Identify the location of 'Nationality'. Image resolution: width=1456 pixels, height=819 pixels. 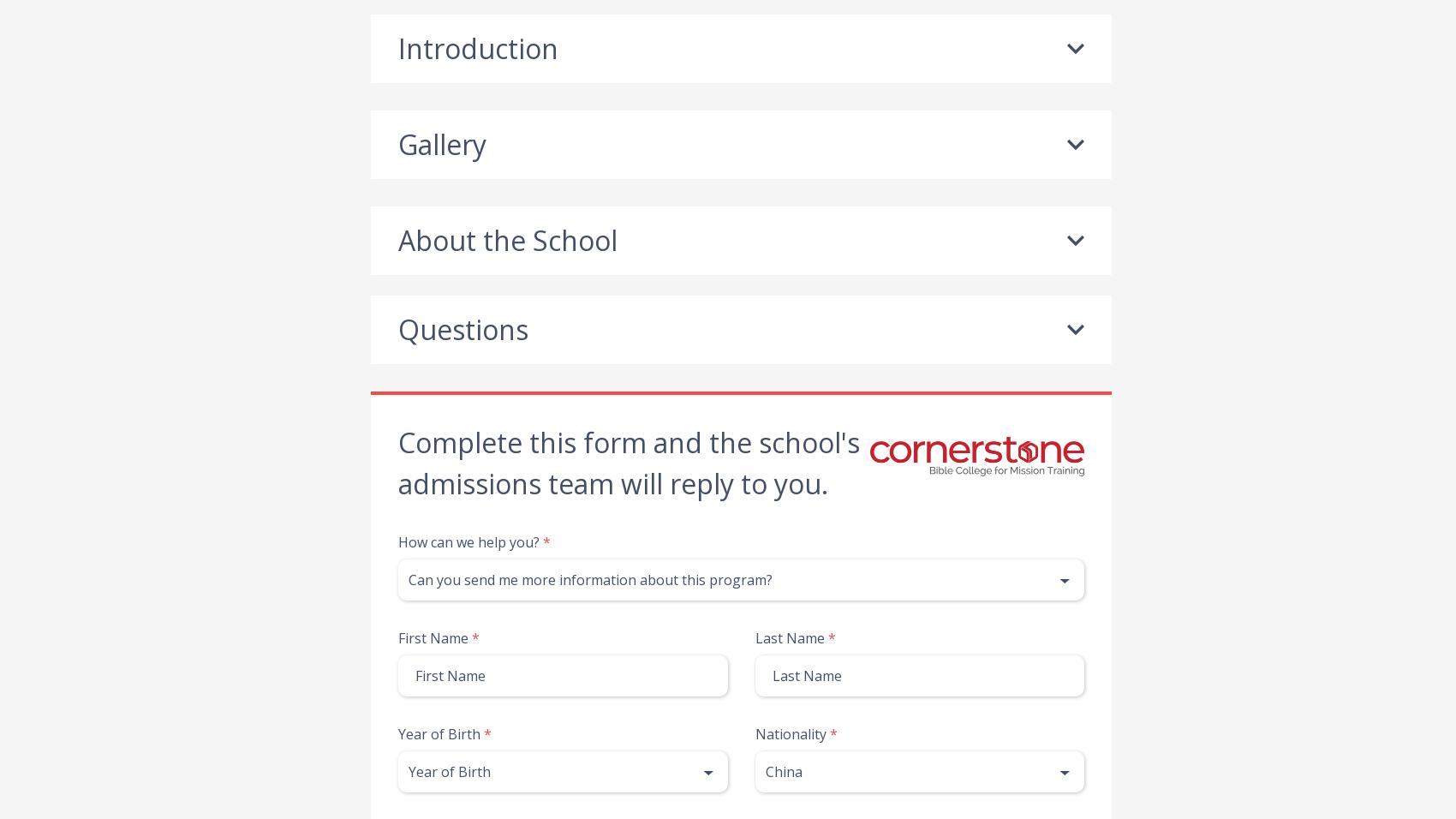
(790, 733).